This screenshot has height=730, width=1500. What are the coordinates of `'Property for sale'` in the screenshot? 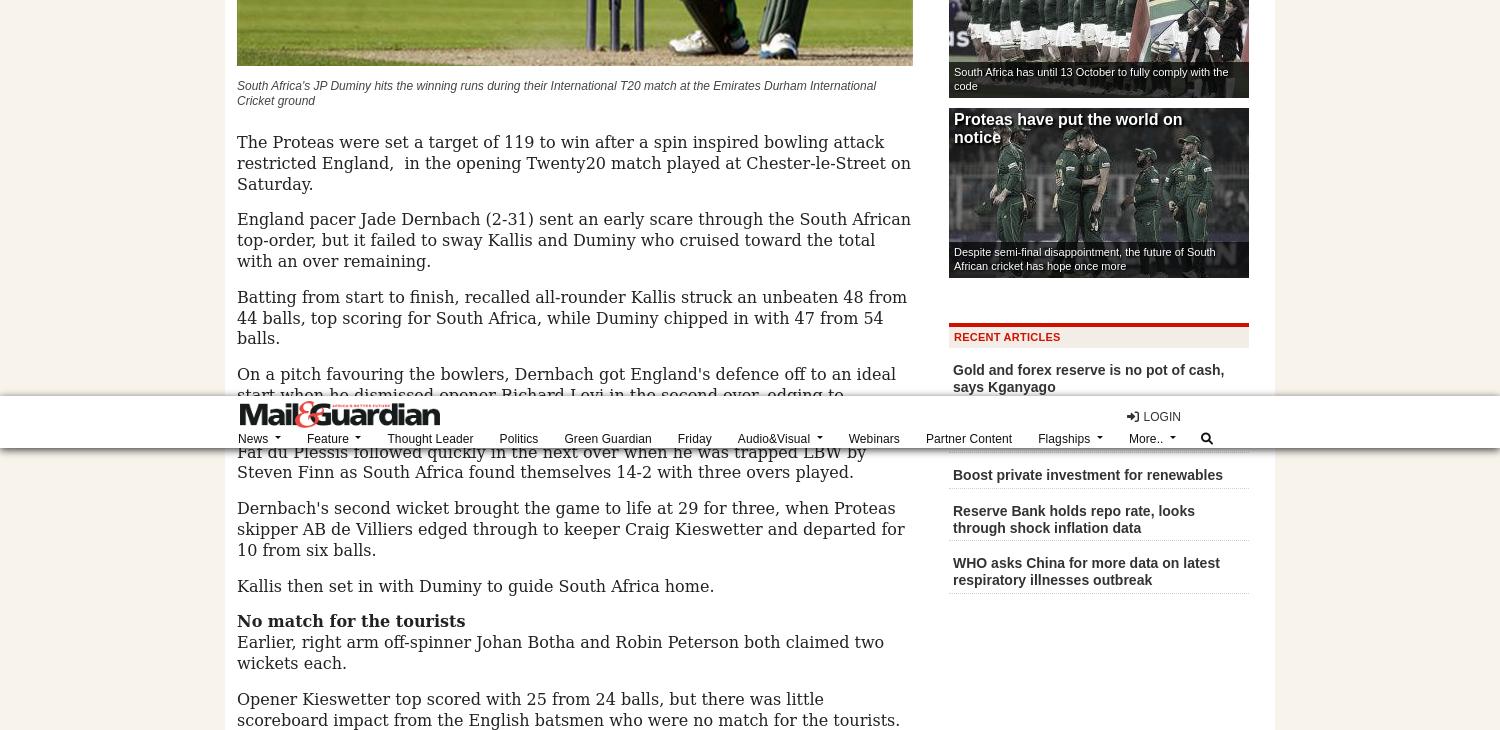 It's located at (1083, 95).